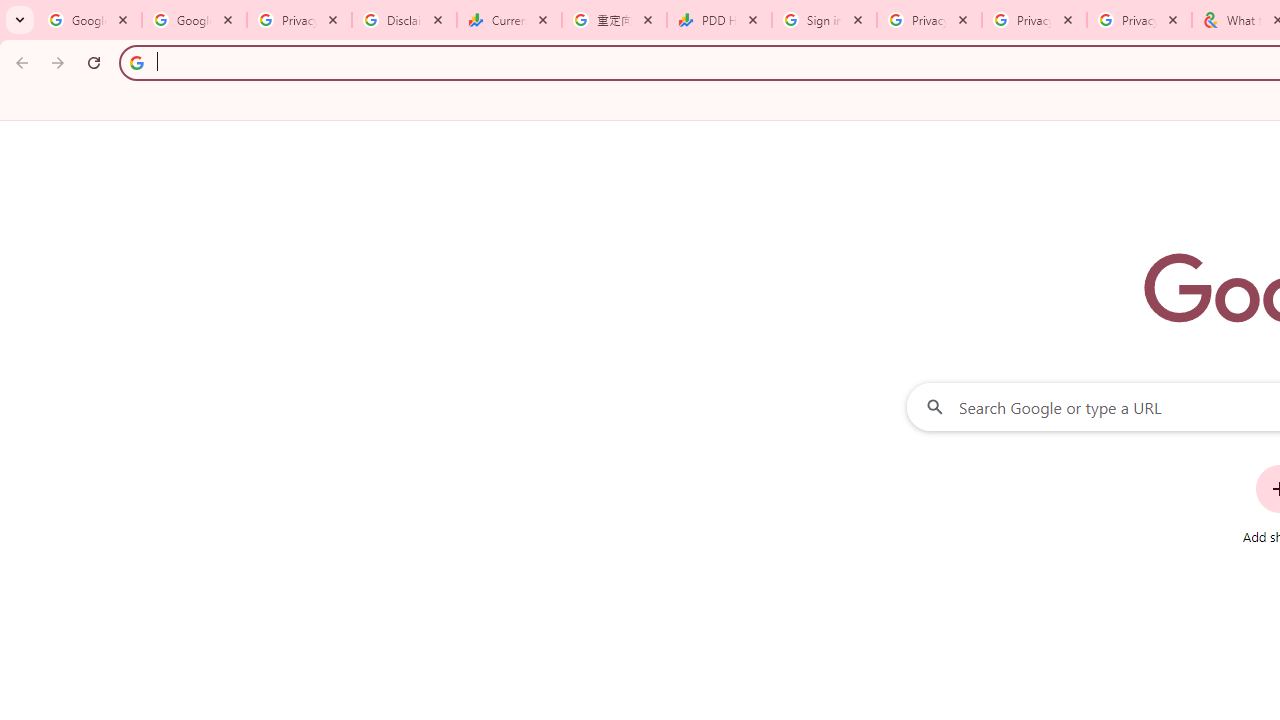 The image size is (1280, 720). Describe the element at coordinates (824, 20) in the screenshot. I see `'Sign in - Google Accounts'` at that location.